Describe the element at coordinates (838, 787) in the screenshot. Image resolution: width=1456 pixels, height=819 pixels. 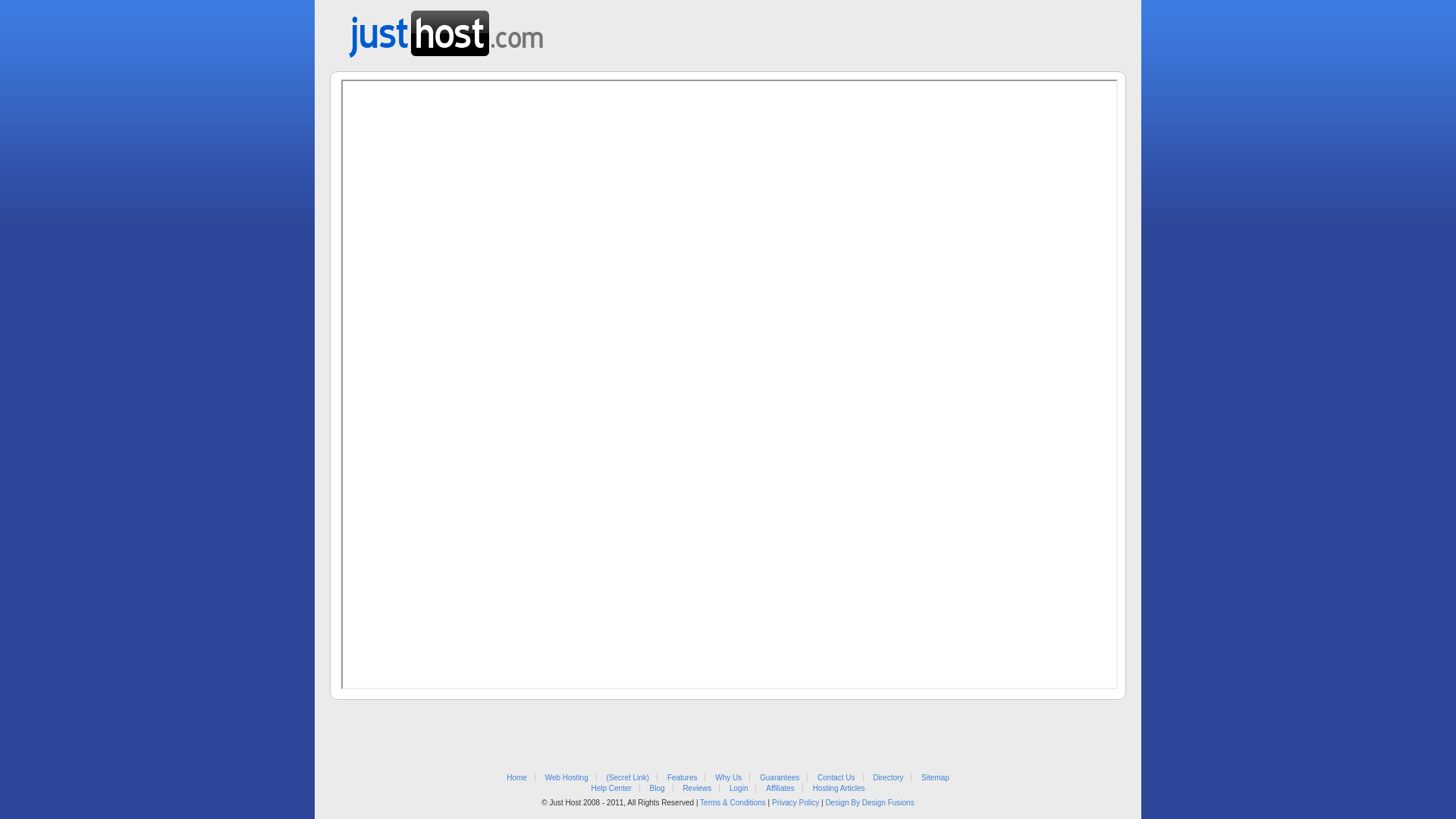
I see `'Hosting Articles'` at that location.